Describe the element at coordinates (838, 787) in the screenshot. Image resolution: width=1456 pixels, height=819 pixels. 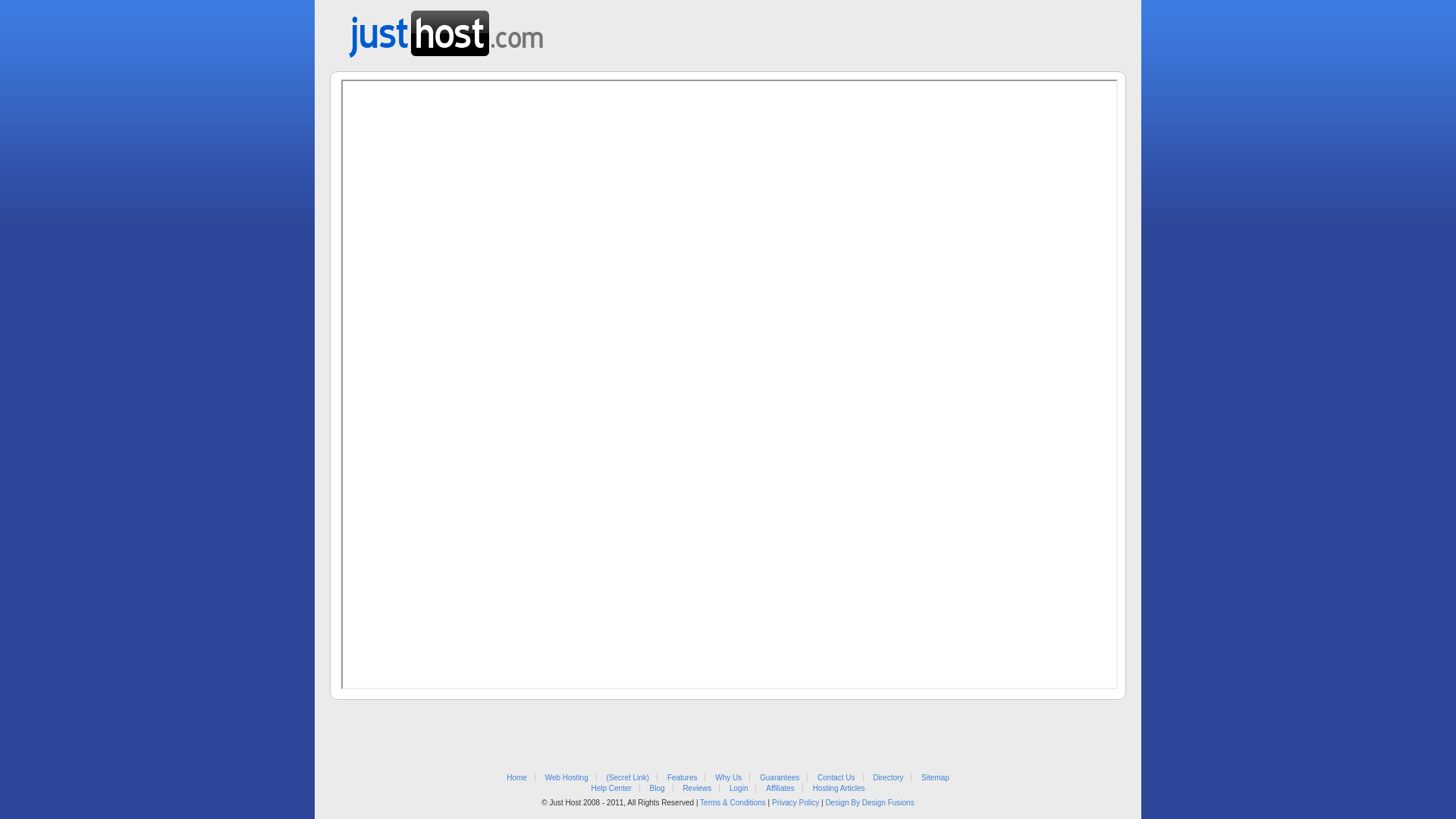
I see `'Hosting Articles'` at that location.